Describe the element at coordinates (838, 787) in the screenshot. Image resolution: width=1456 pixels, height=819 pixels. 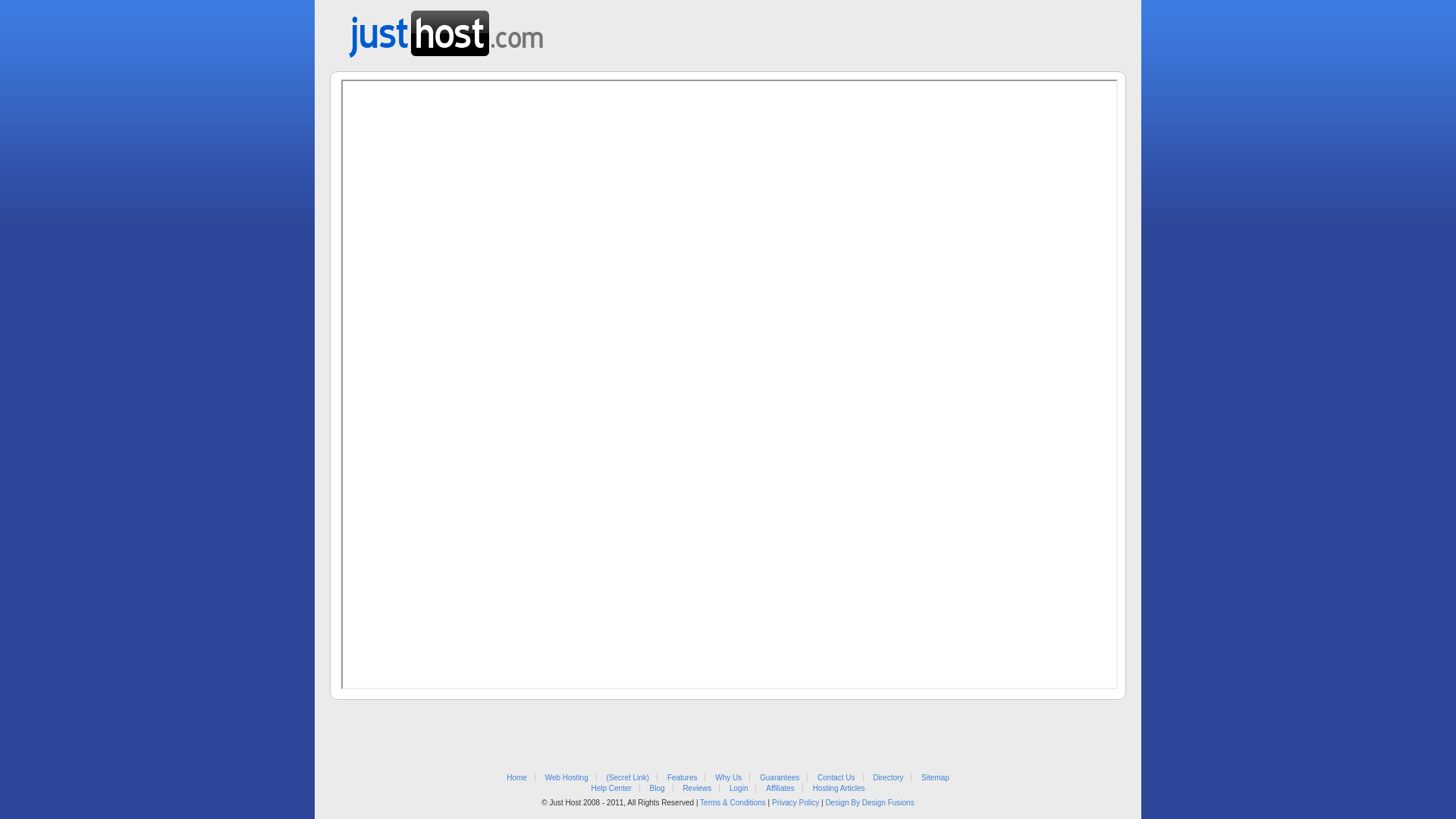
I see `'Hosting Articles'` at that location.